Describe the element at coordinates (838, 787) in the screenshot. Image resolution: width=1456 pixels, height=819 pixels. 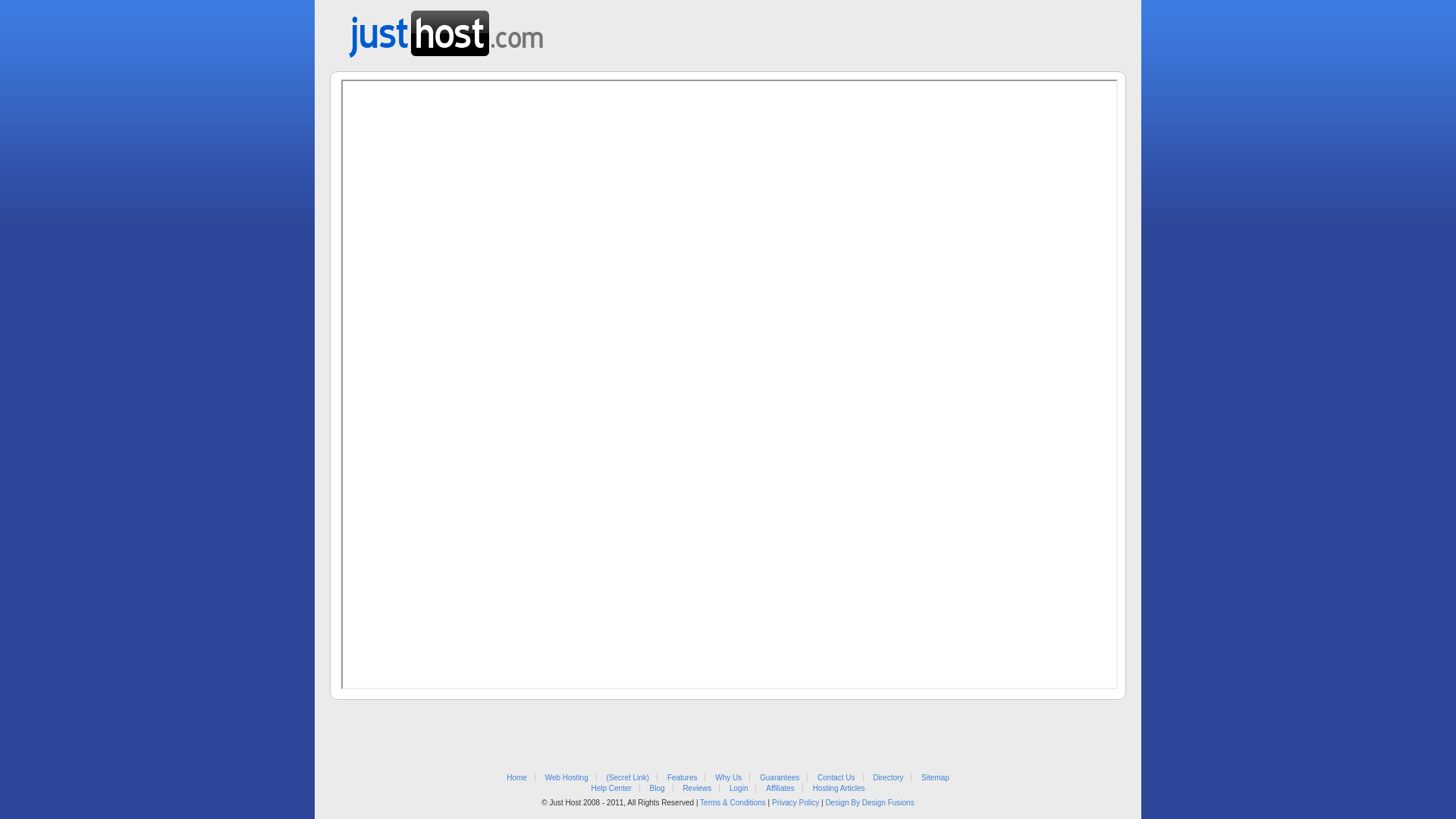
I see `'Hosting Articles'` at that location.